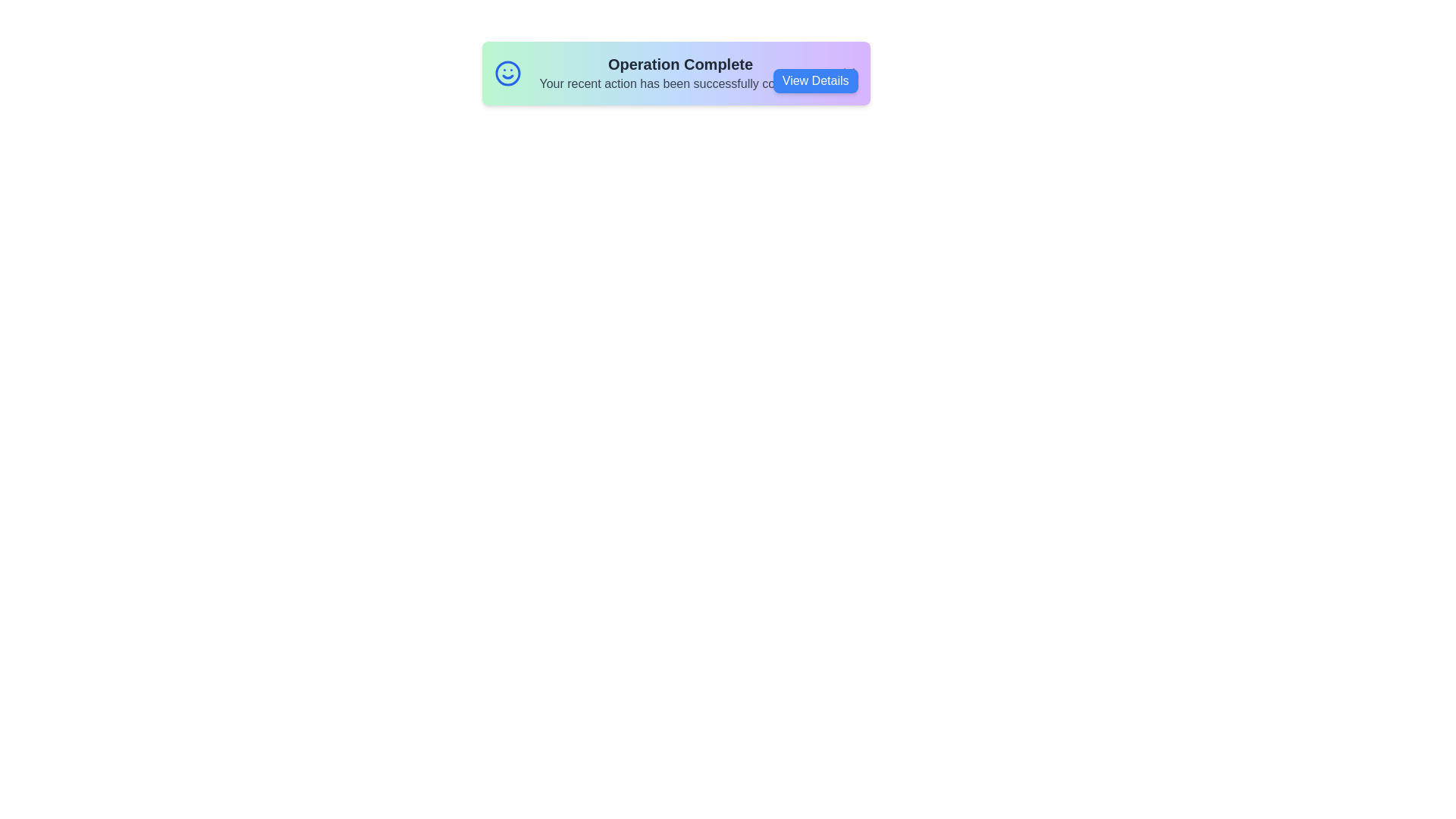 Image resolution: width=1456 pixels, height=819 pixels. What do you see at coordinates (814, 81) in the screenshot?
I see `the 'View Details' button to toggle the visibility of additional details` at bounding box center [814, 81].